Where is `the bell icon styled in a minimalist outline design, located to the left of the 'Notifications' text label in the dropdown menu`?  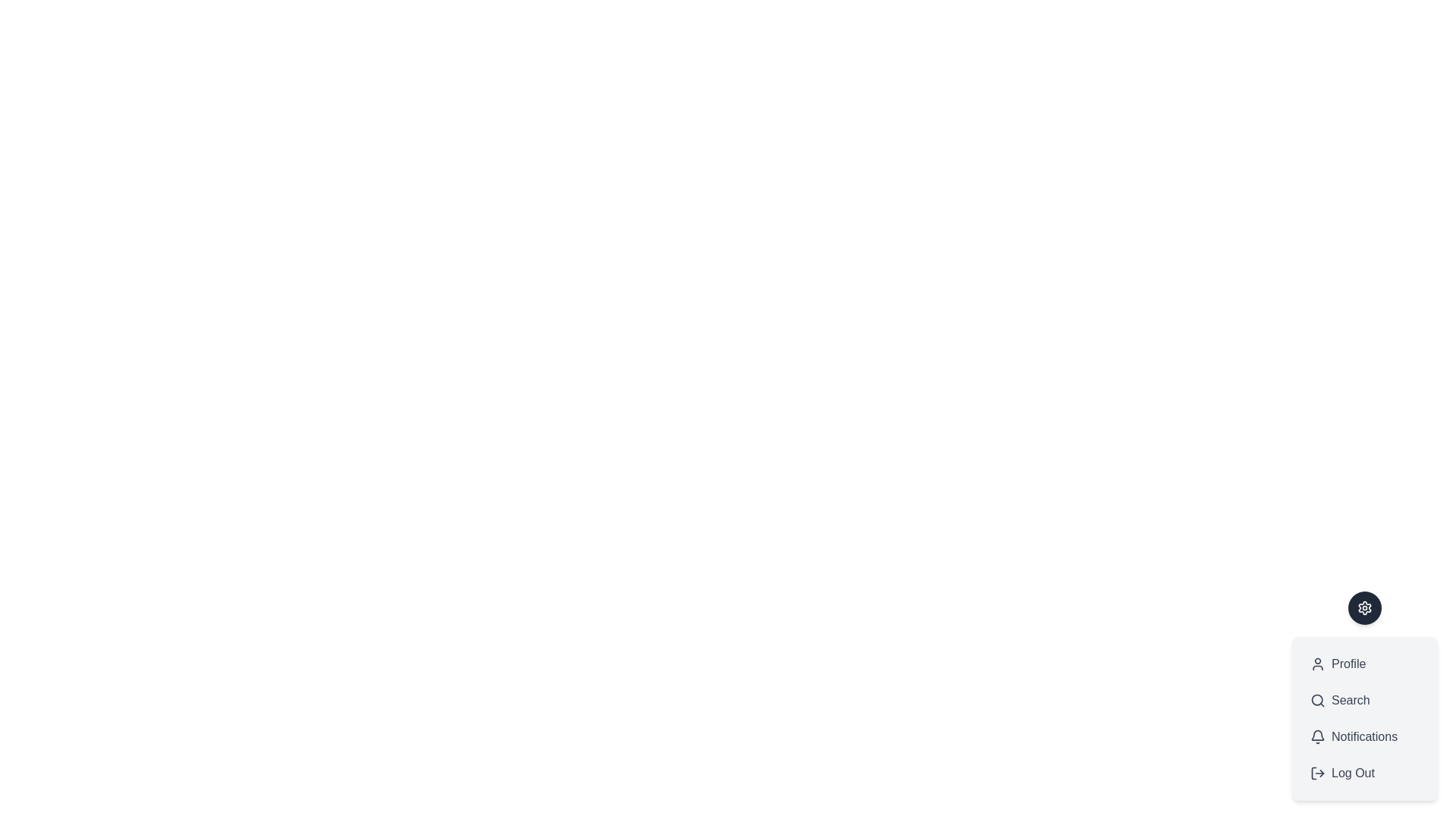
the bell icon styled in a minimalist outline design, located to the left of the 'Notifications' text label in the dropdown menu is located at coordinates (1316, 736).